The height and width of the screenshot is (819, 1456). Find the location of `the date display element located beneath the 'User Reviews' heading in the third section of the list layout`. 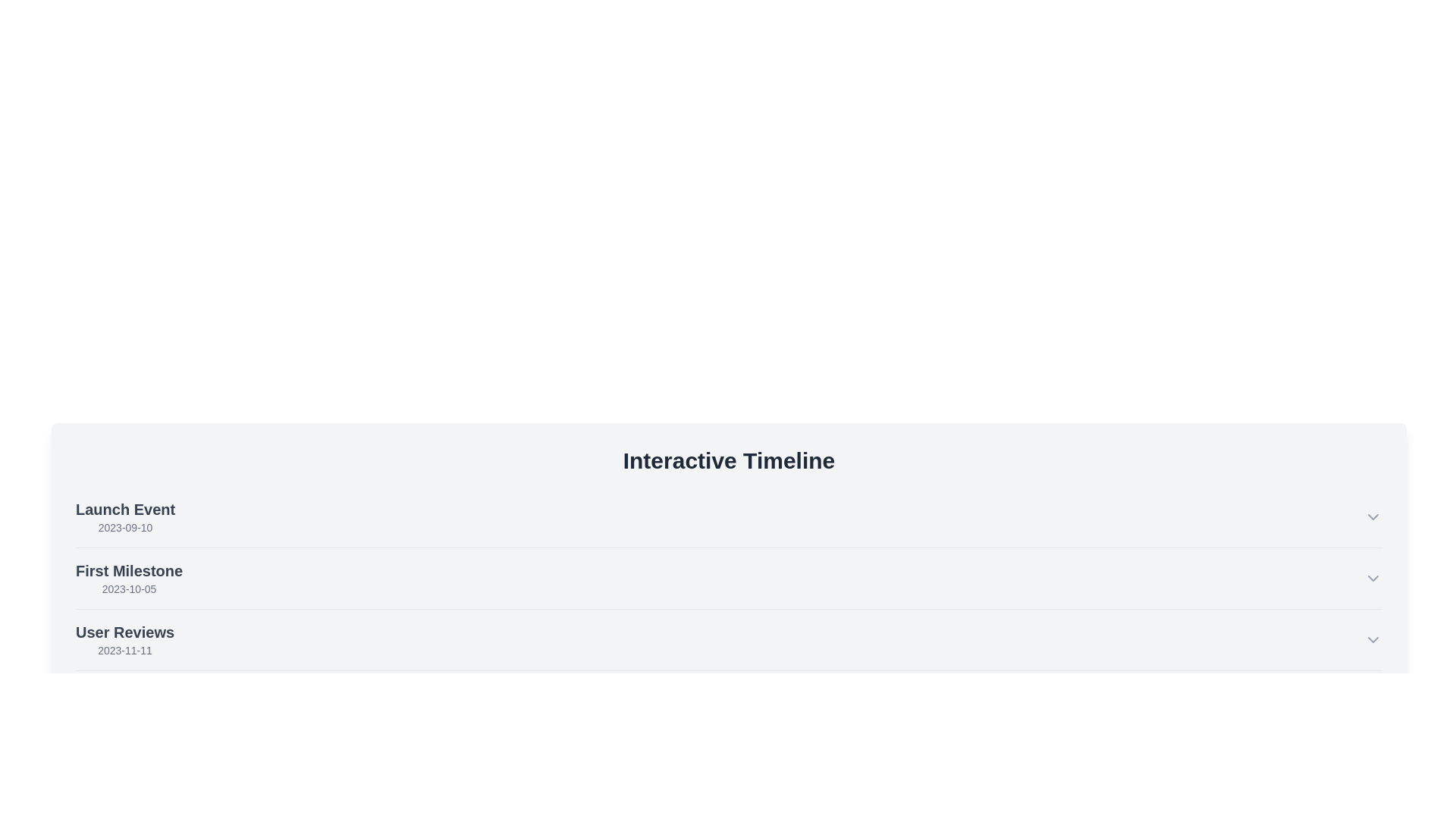

the date display element located beneath the 'User Reviews' heading in the third section of the list layout is located at coordinates (125, 649).